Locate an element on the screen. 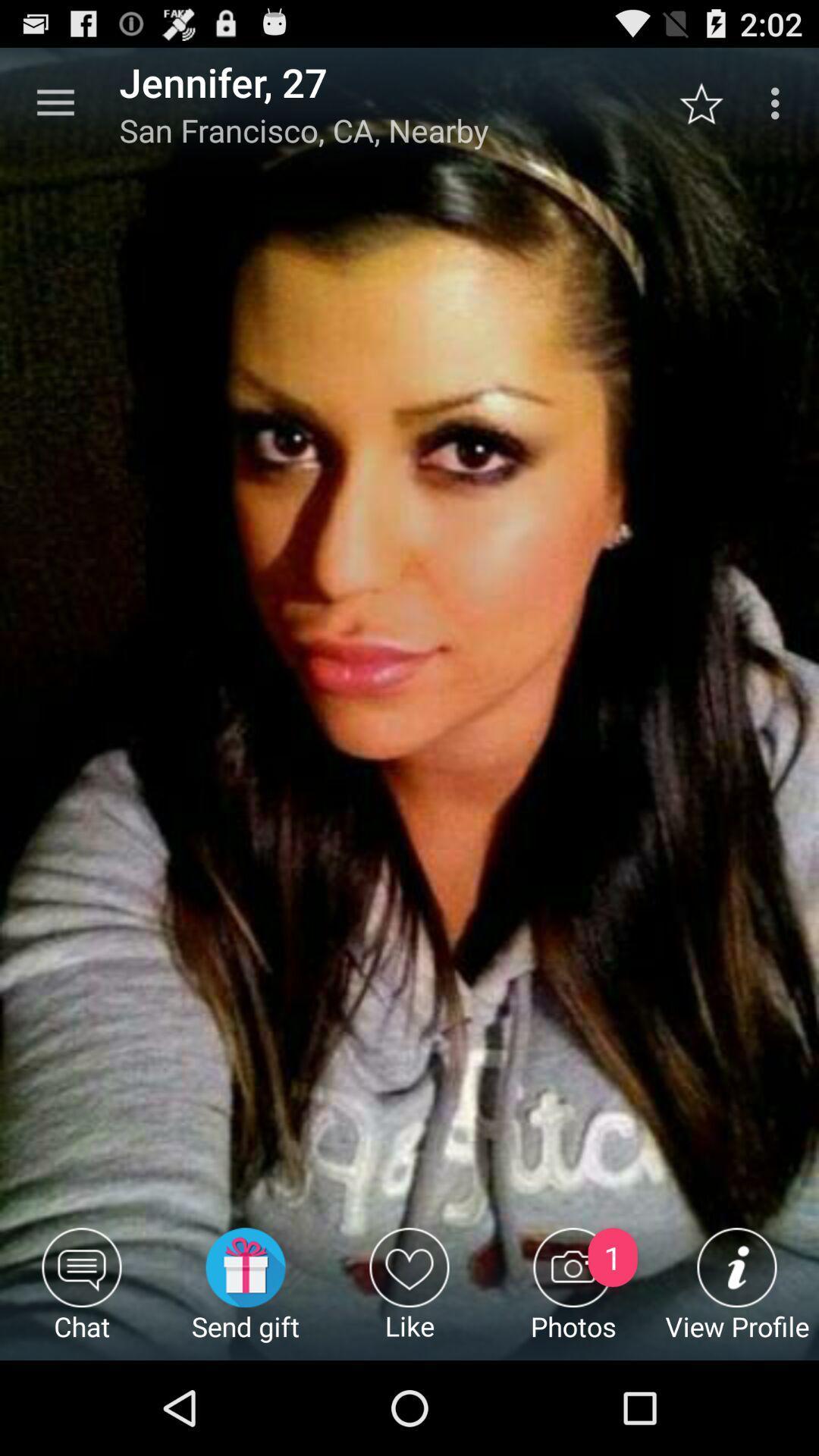  the icon to the left of the like is located at coordinates (245, 1293).